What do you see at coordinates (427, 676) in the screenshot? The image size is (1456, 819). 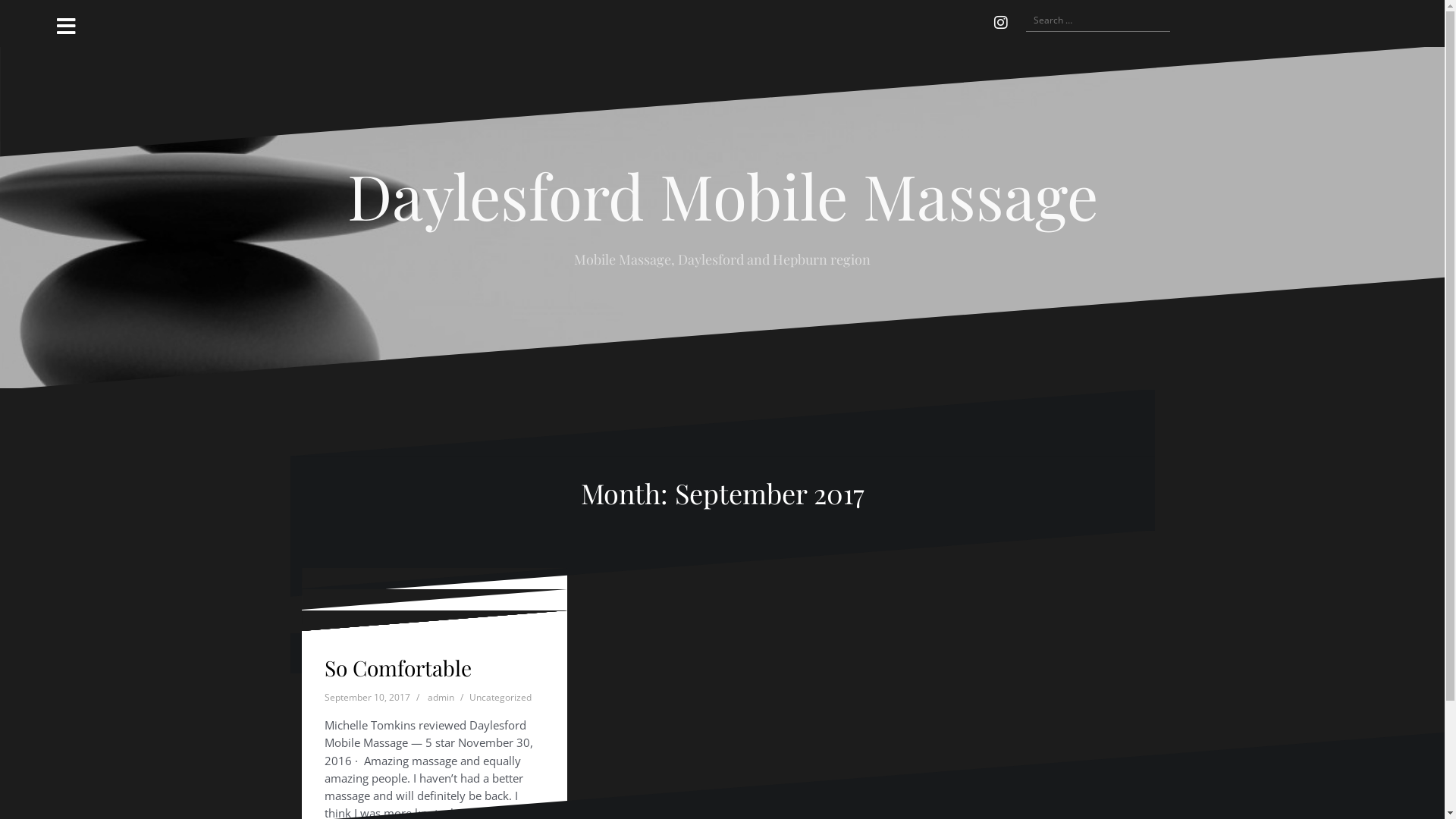 I see `'admin'` at bounding box center [427, 676].